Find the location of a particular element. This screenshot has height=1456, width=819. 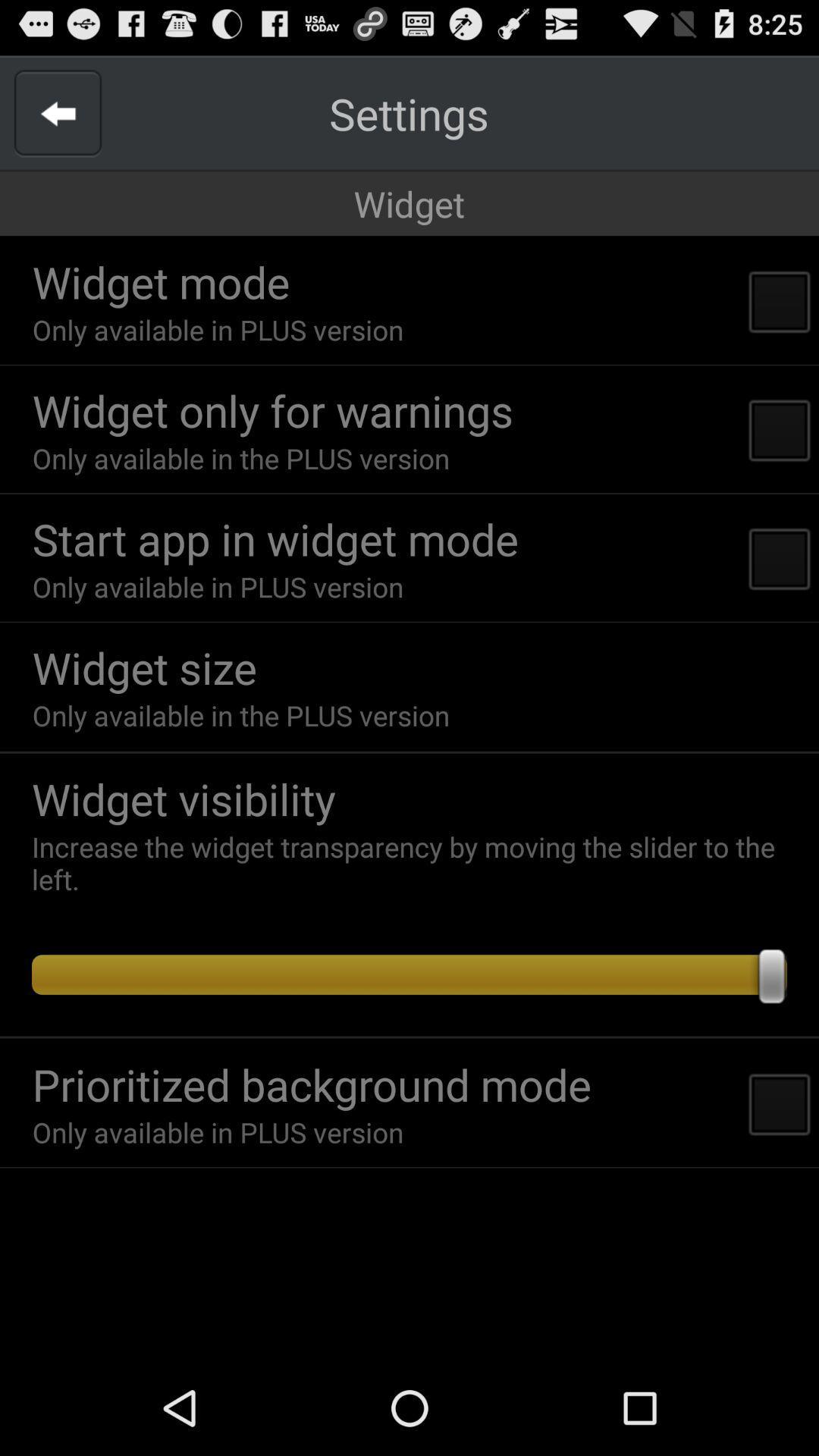

widget visibility item is located at coordinates (417, 798).